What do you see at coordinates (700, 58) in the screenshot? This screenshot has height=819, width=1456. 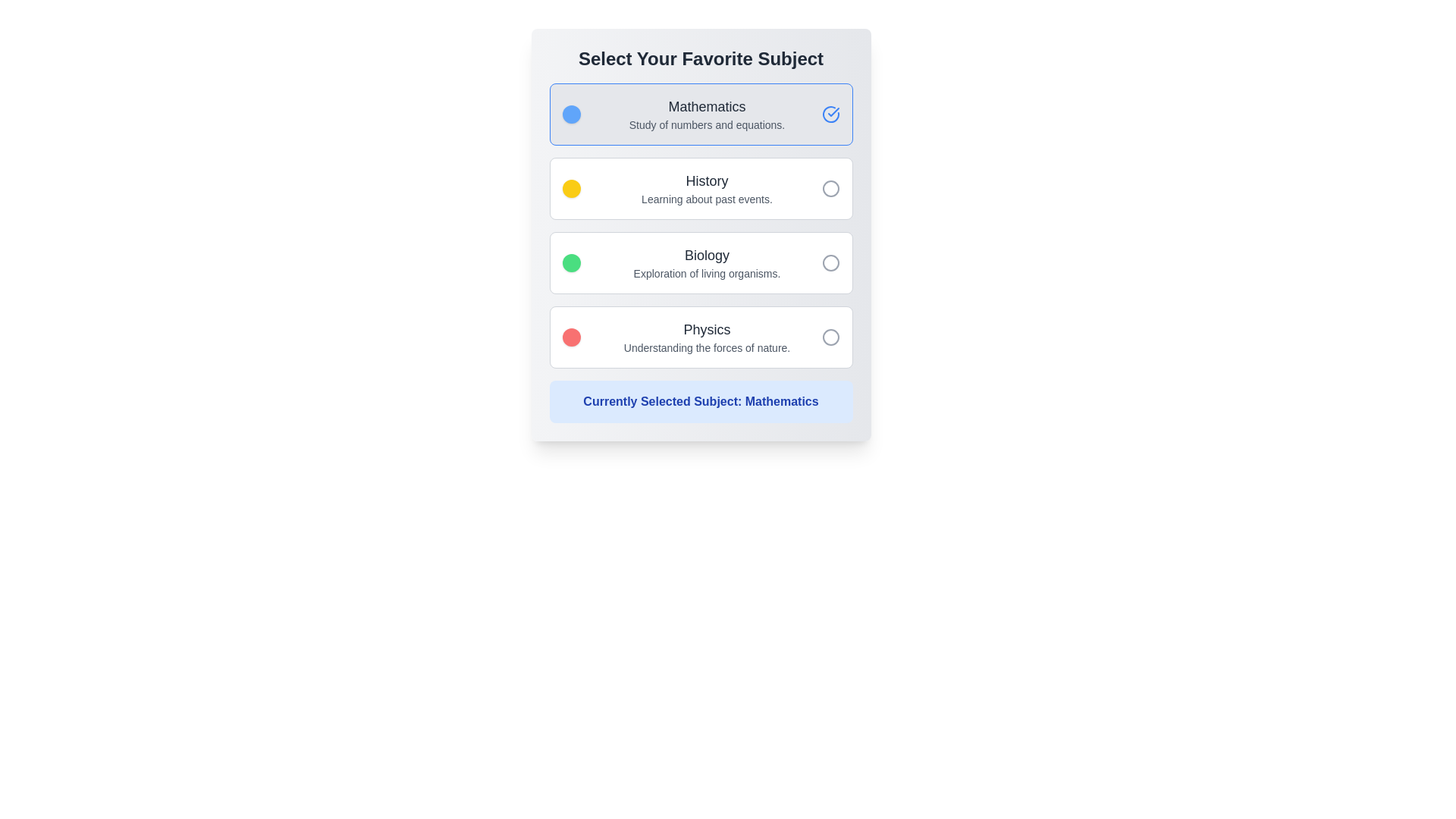 I see `the static text element that serves as the title for selecting a favorite subject, located at the top of the selection interface` at bounding box center [700, 58].